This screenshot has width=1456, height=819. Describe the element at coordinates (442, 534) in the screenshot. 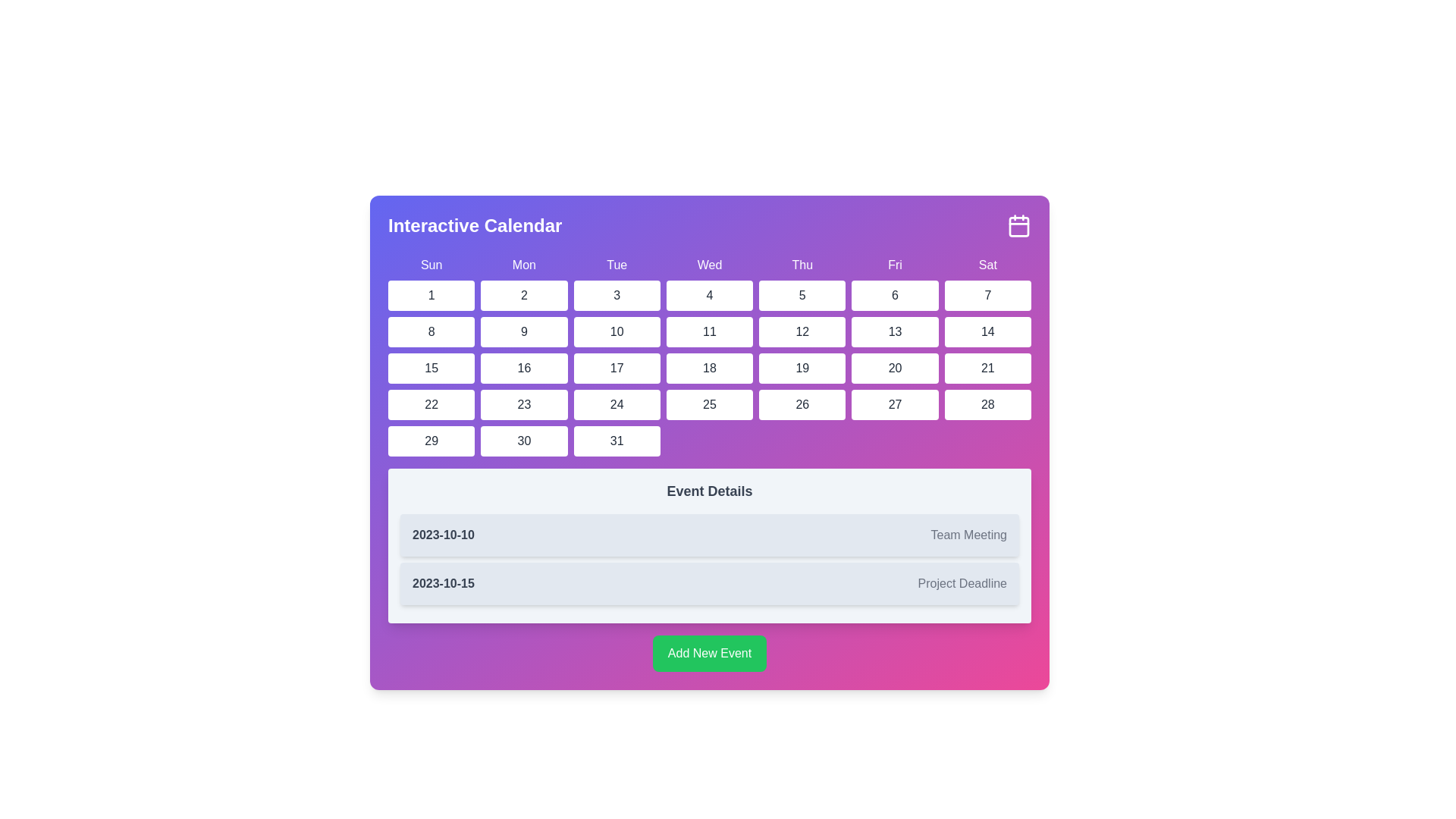

I see `the text label displaying the date '2023-10-10' styled with a gray font and slightly bold text, located in the 'Event Details' section` at that location.